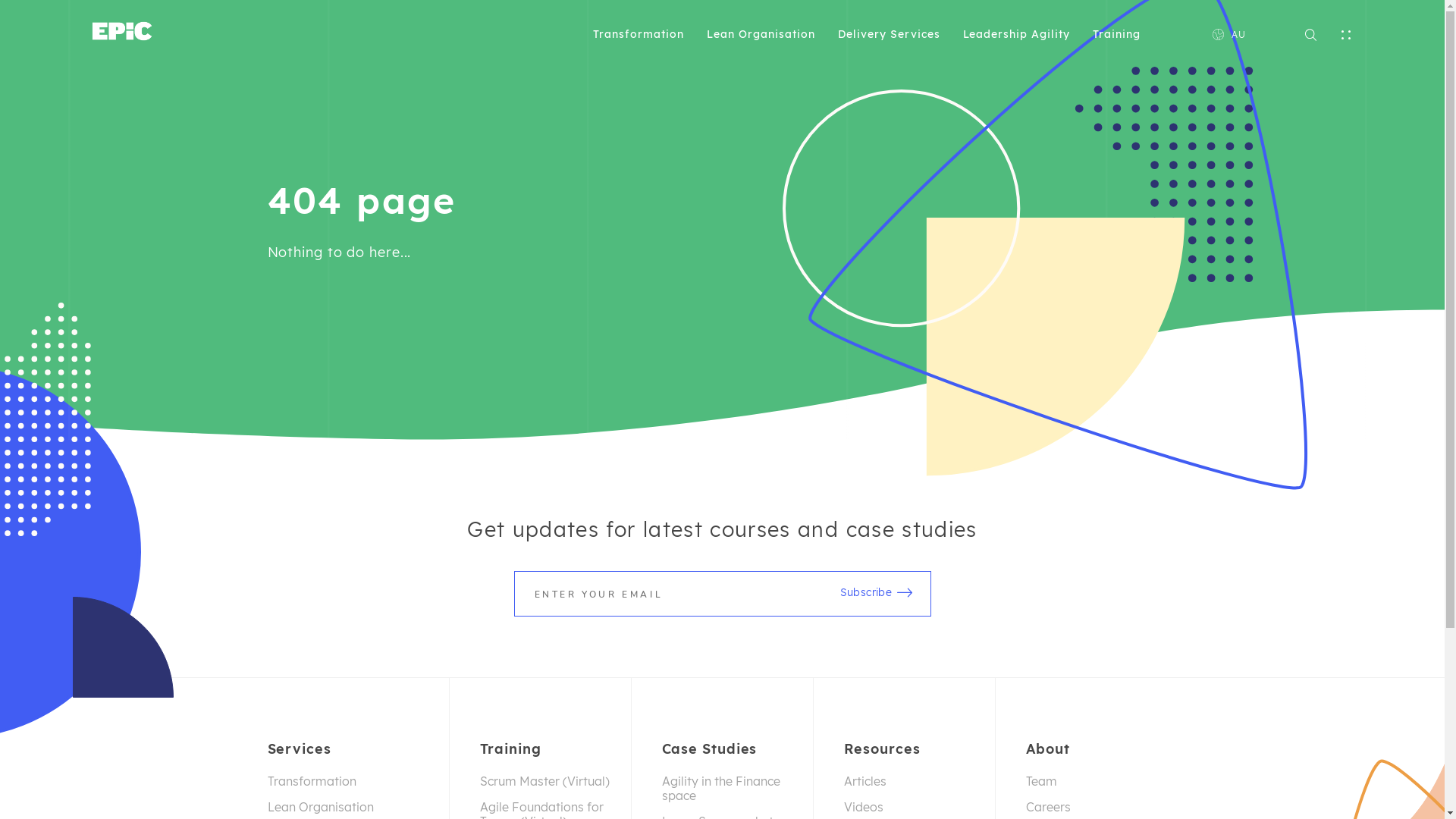 The image size is (1456, 819). What do you see at coordinates (551, 748) in the screenshot?
I see `'Training'` at bounding box center [551, 748].